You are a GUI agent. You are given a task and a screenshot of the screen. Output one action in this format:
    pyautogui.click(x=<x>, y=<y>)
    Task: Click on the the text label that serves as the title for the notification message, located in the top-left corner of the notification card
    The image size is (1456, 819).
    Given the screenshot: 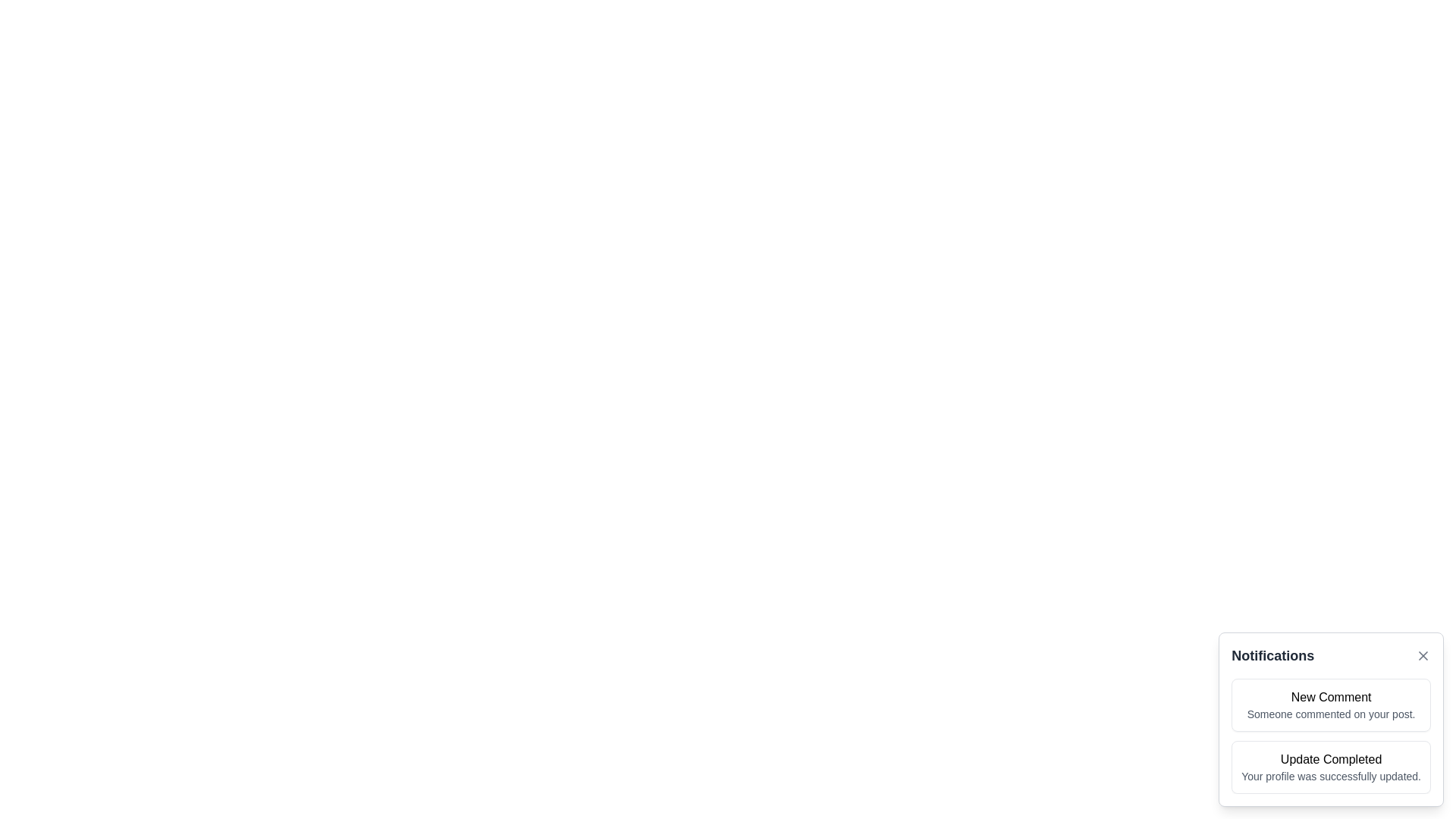 What is the action you would take?
    pyautogui.click(x=1330, y=698)
    